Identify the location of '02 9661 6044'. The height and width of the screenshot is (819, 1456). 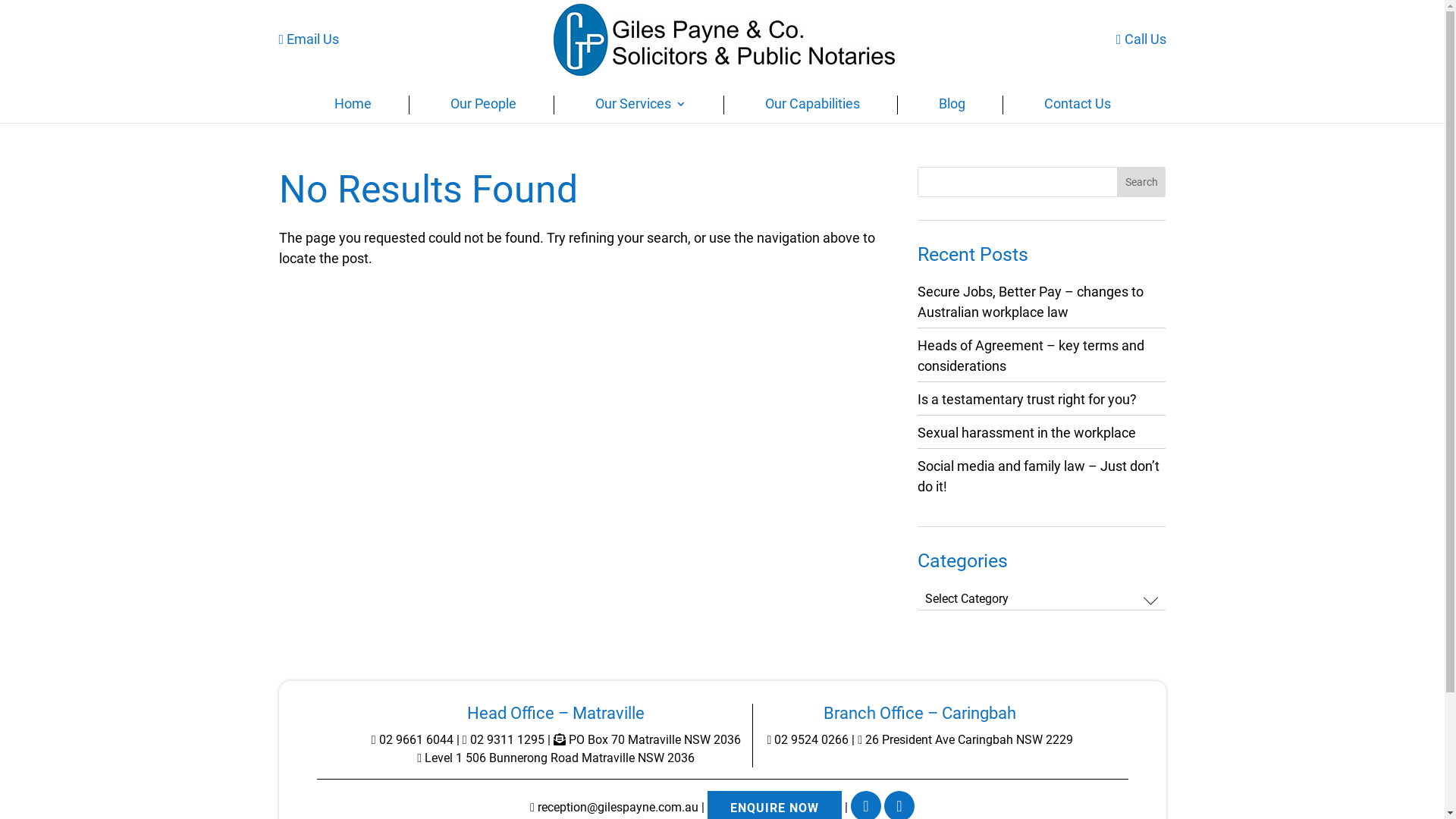
(412, 739).